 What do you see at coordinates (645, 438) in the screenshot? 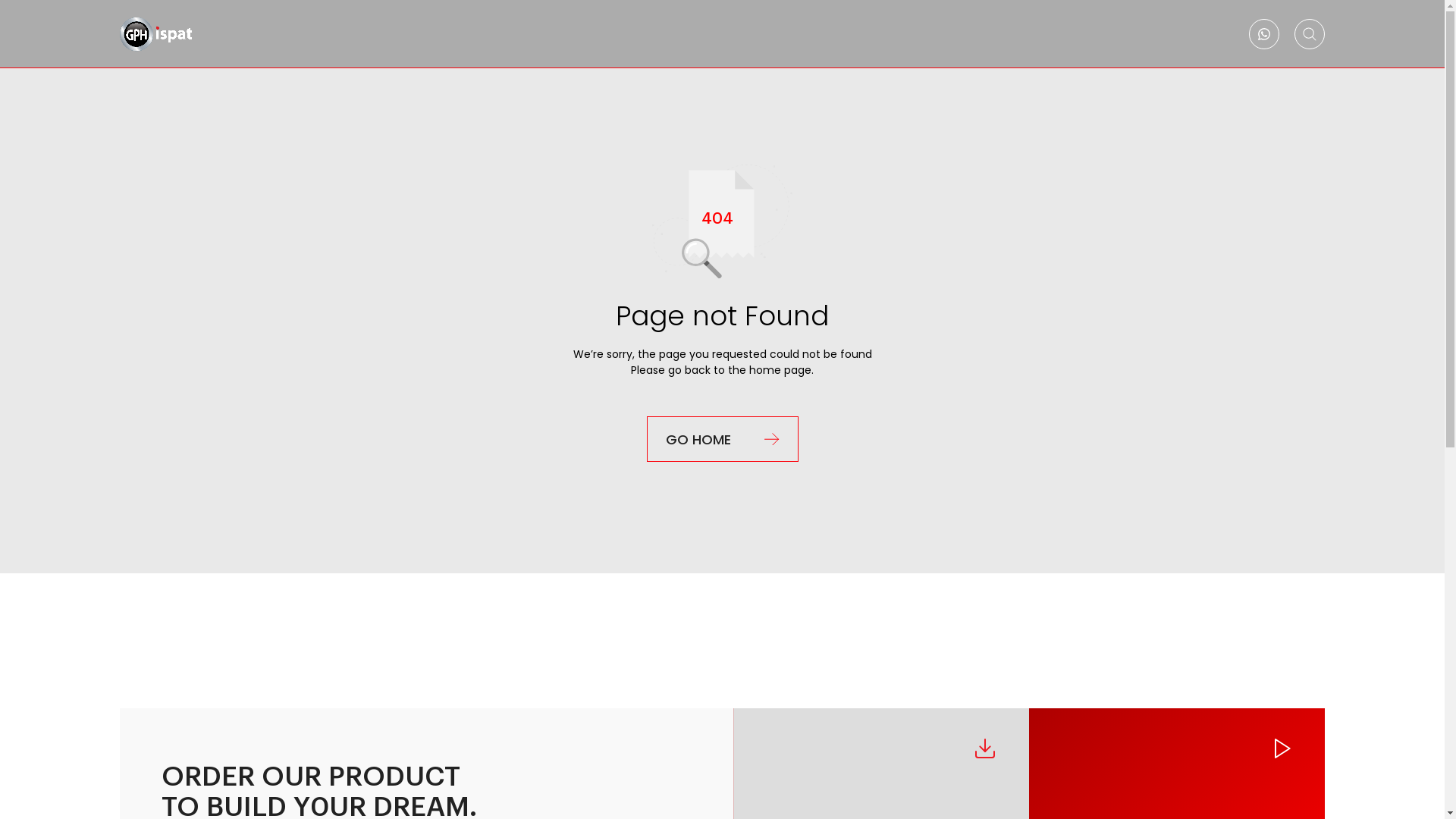
I see `'GO HOME'` at bounding box center [645, 438].